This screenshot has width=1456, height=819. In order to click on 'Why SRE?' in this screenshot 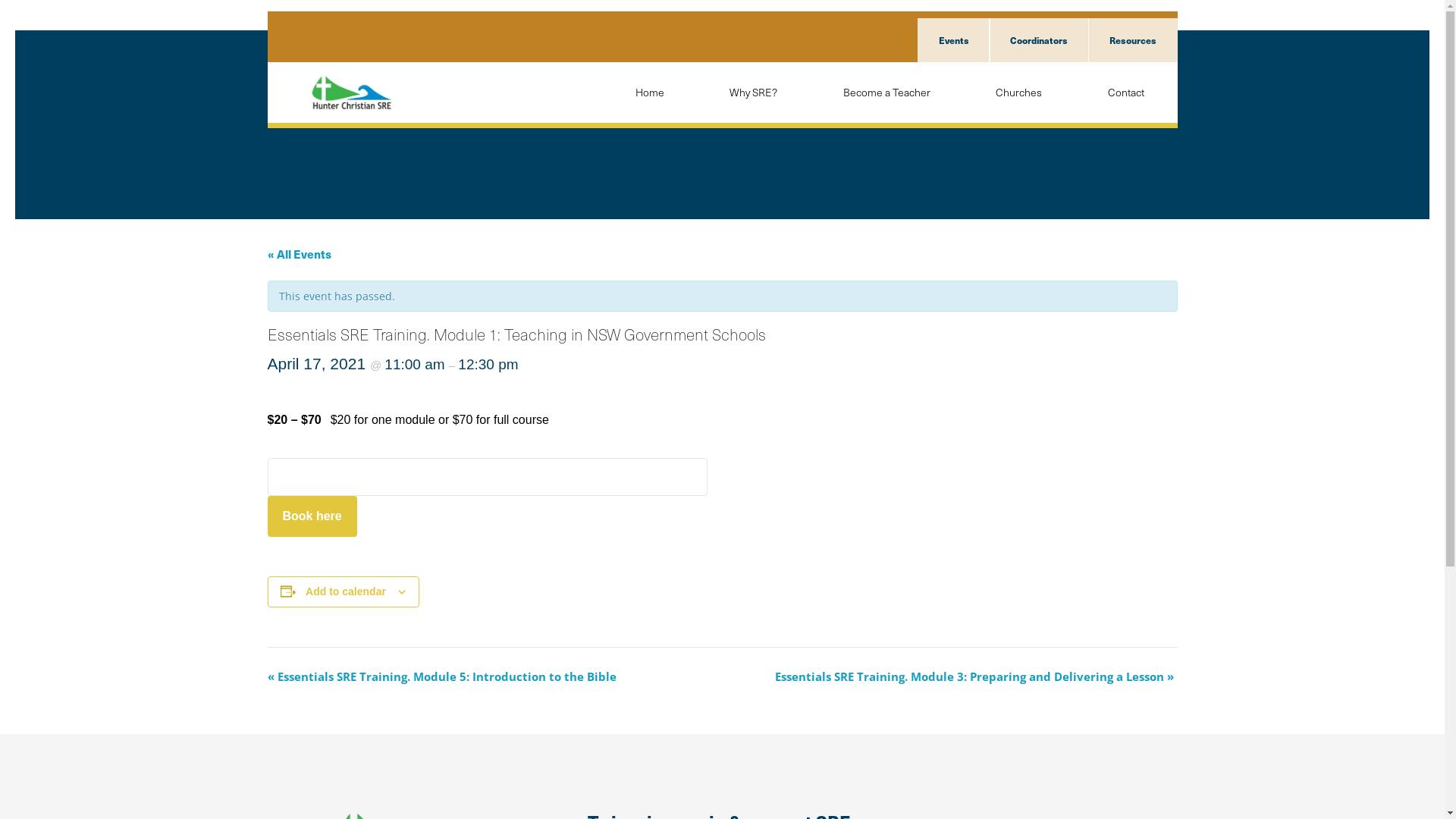, I will do `click(695, 93)`.